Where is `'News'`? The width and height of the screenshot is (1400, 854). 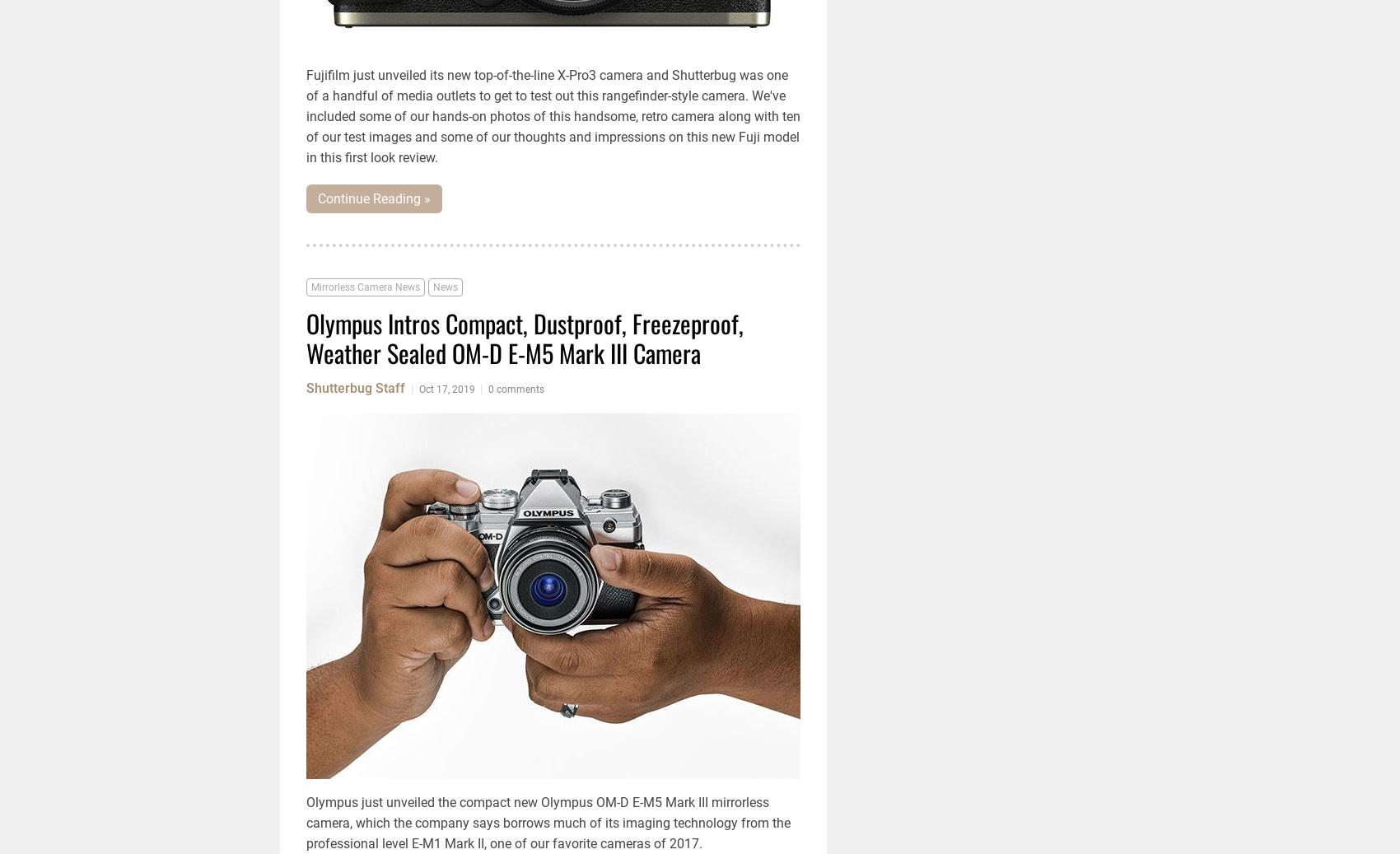
'News' is located at coordinates (444, 286).